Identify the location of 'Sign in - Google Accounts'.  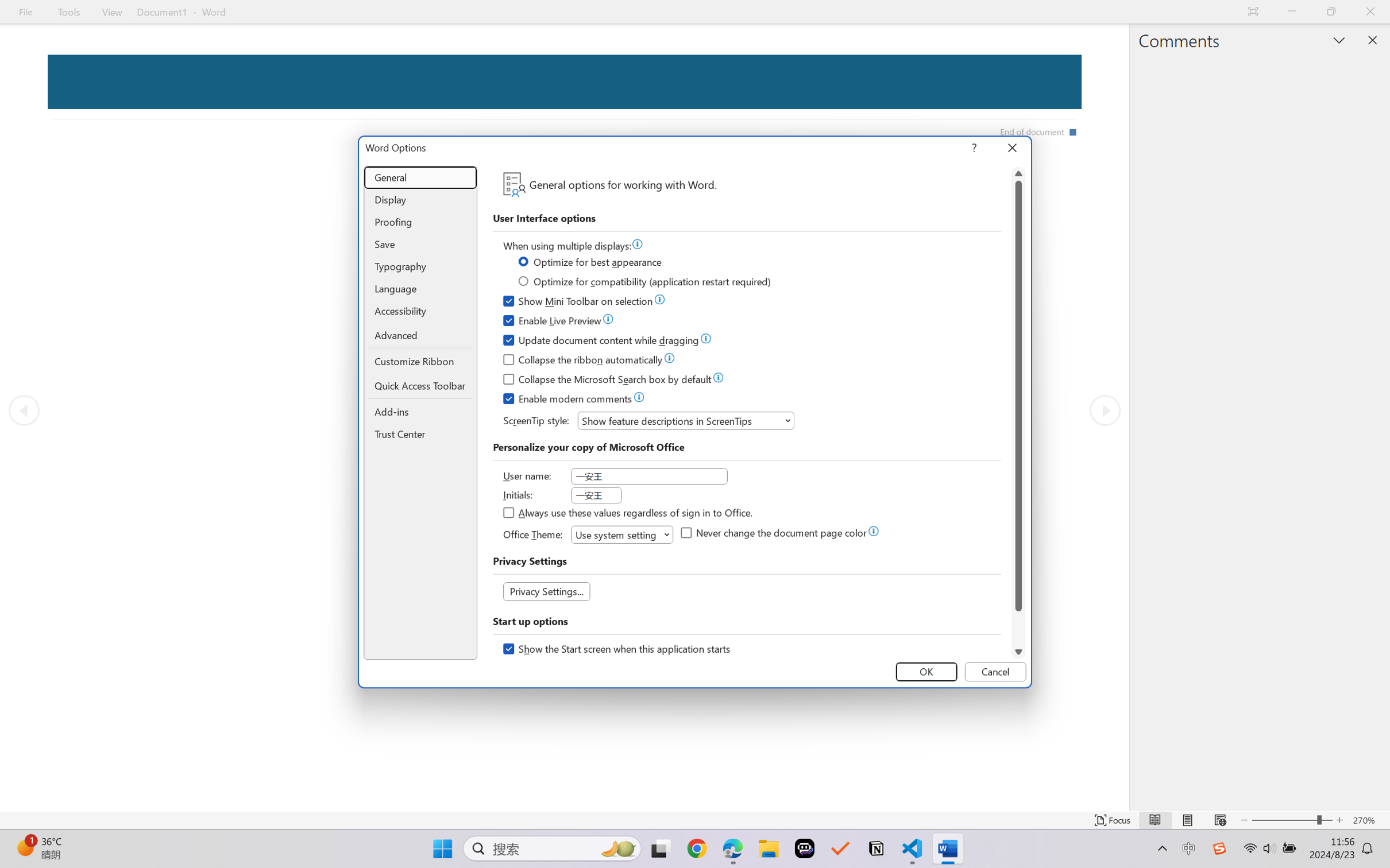
(42, 11).